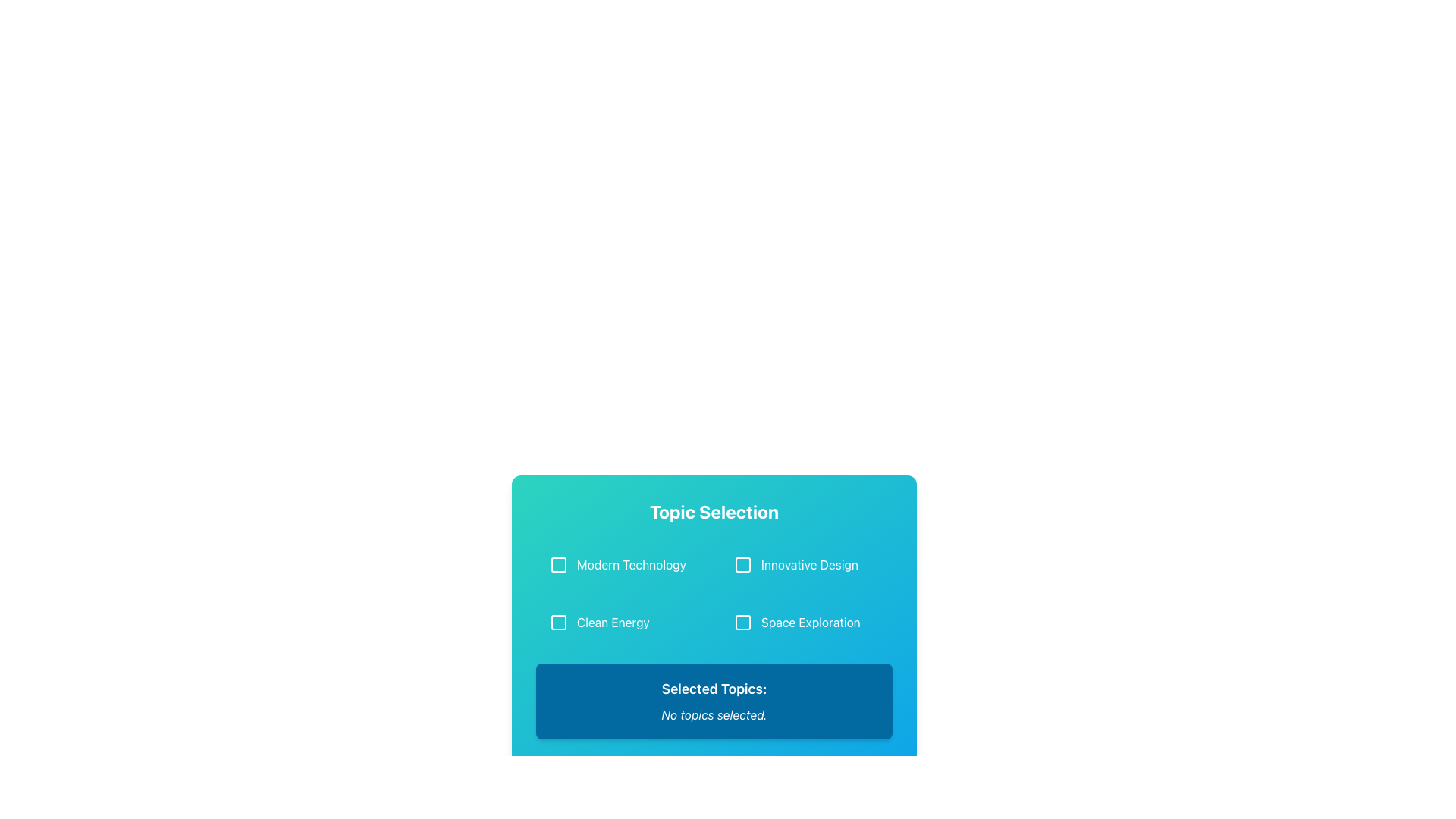 The height and width of the screenshot is (819, 1456). What do you see at coordinates (713, 605) in the screenshot?
I see `the interactive card featuring checkboxes and information display, which is located in the lower middle section of the interface and has a gradient background from teal to sky blue` at bounding box center [713, 605].